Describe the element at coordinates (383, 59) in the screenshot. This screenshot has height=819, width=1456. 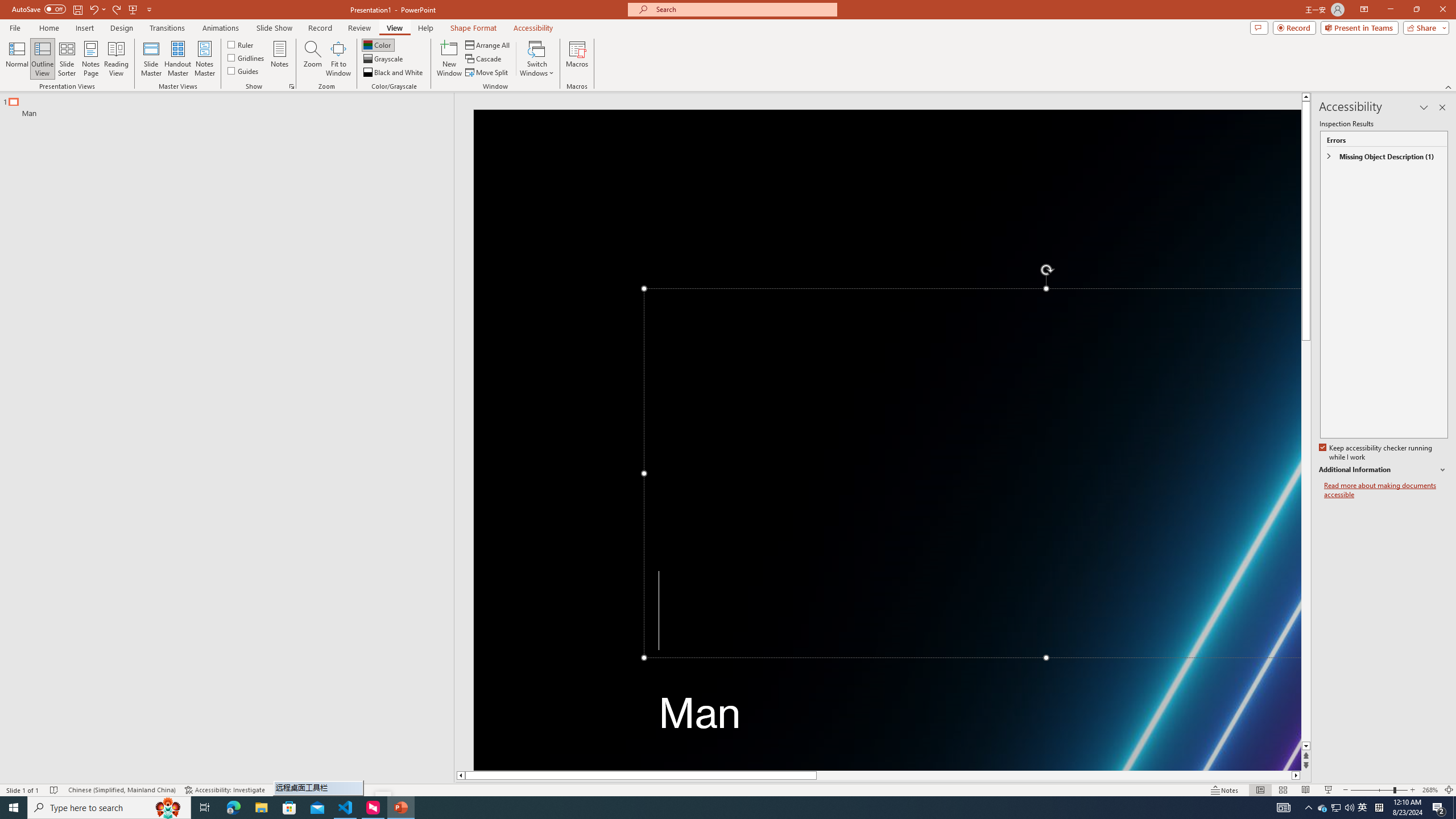
I see `'Grayscale'` at that location.